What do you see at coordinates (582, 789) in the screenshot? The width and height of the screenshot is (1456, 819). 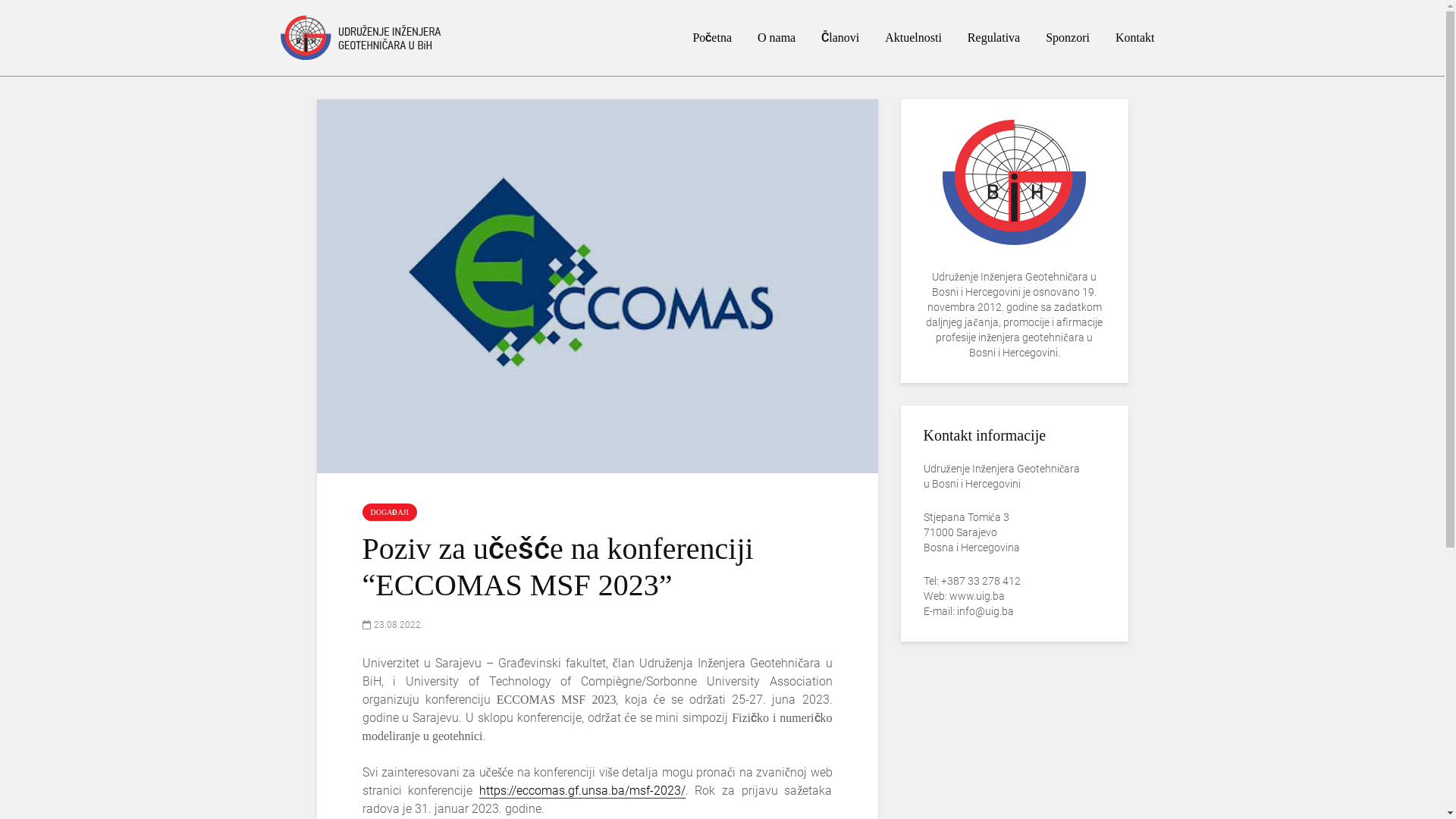 I see `'https://eccomas.gf.unsa.ba/msf-2023/'` at bounding box center [582, 789].